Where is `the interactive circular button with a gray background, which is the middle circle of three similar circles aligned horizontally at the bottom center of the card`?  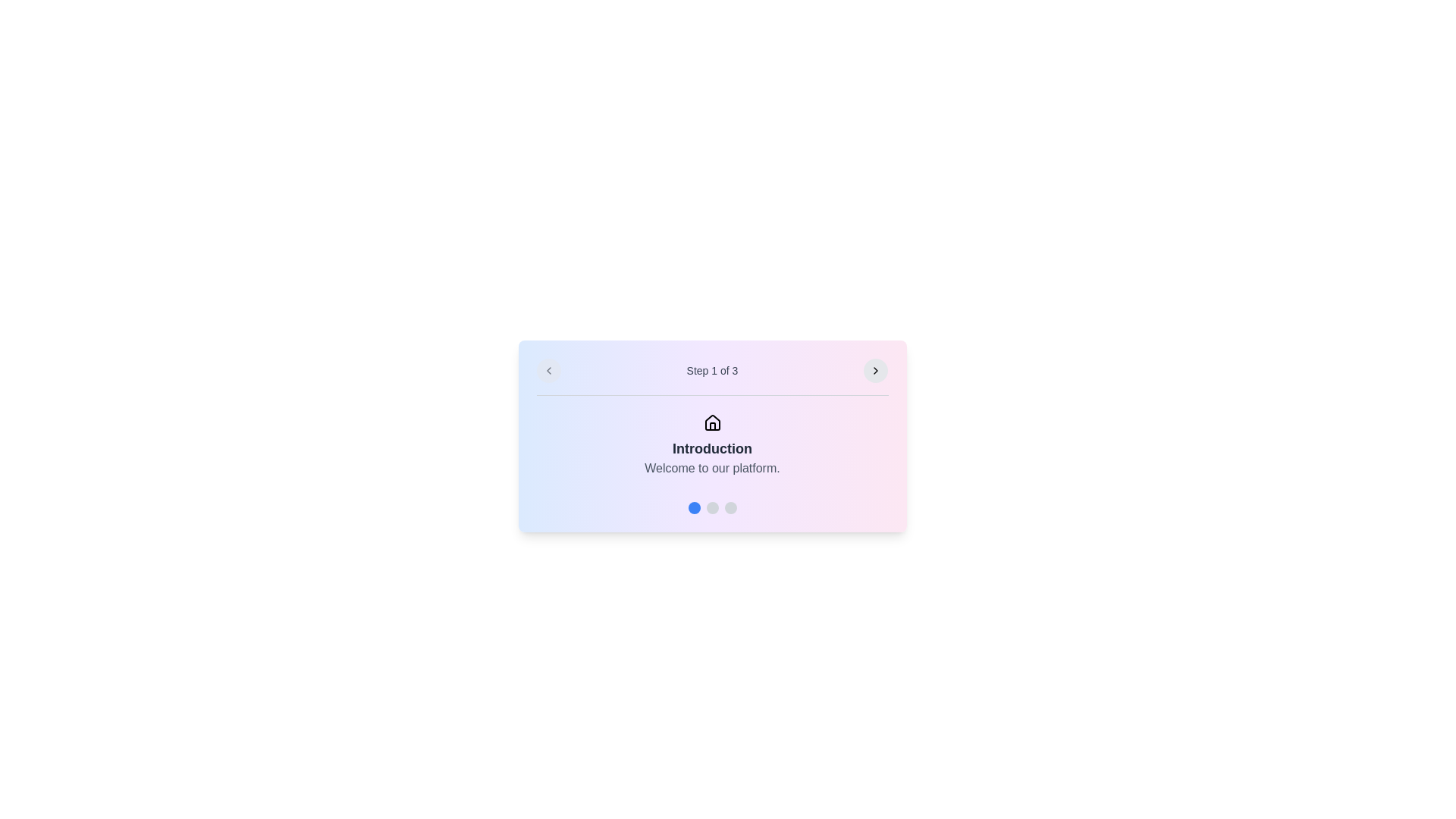
the interactive circular button with a gray background, which is the middle circle of three similar circles aligned horizontally at the bottom center of the card is located at coordinates (711, 508).